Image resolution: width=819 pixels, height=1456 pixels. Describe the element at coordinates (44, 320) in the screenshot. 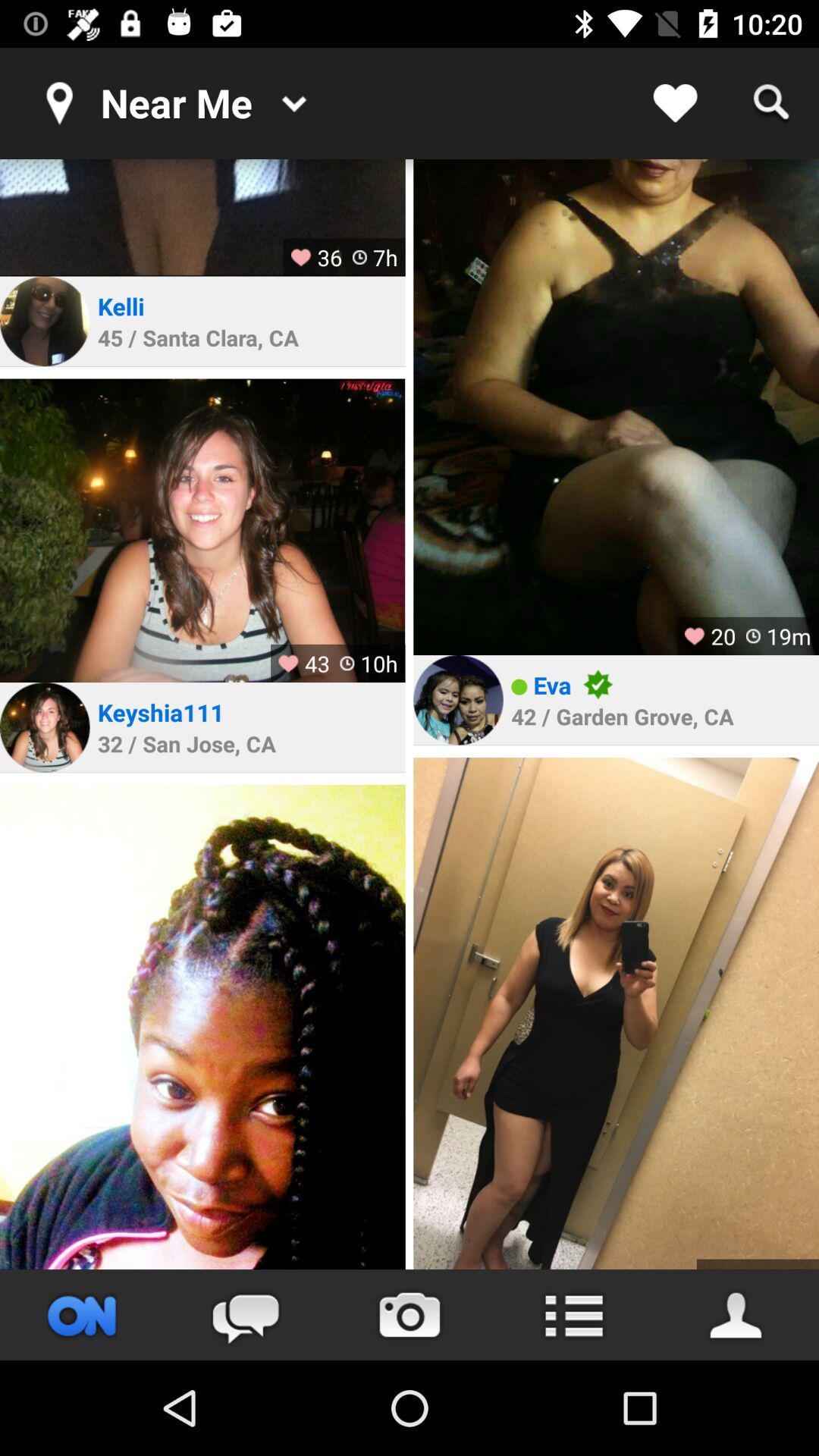

I see `friend profile image` at that location.